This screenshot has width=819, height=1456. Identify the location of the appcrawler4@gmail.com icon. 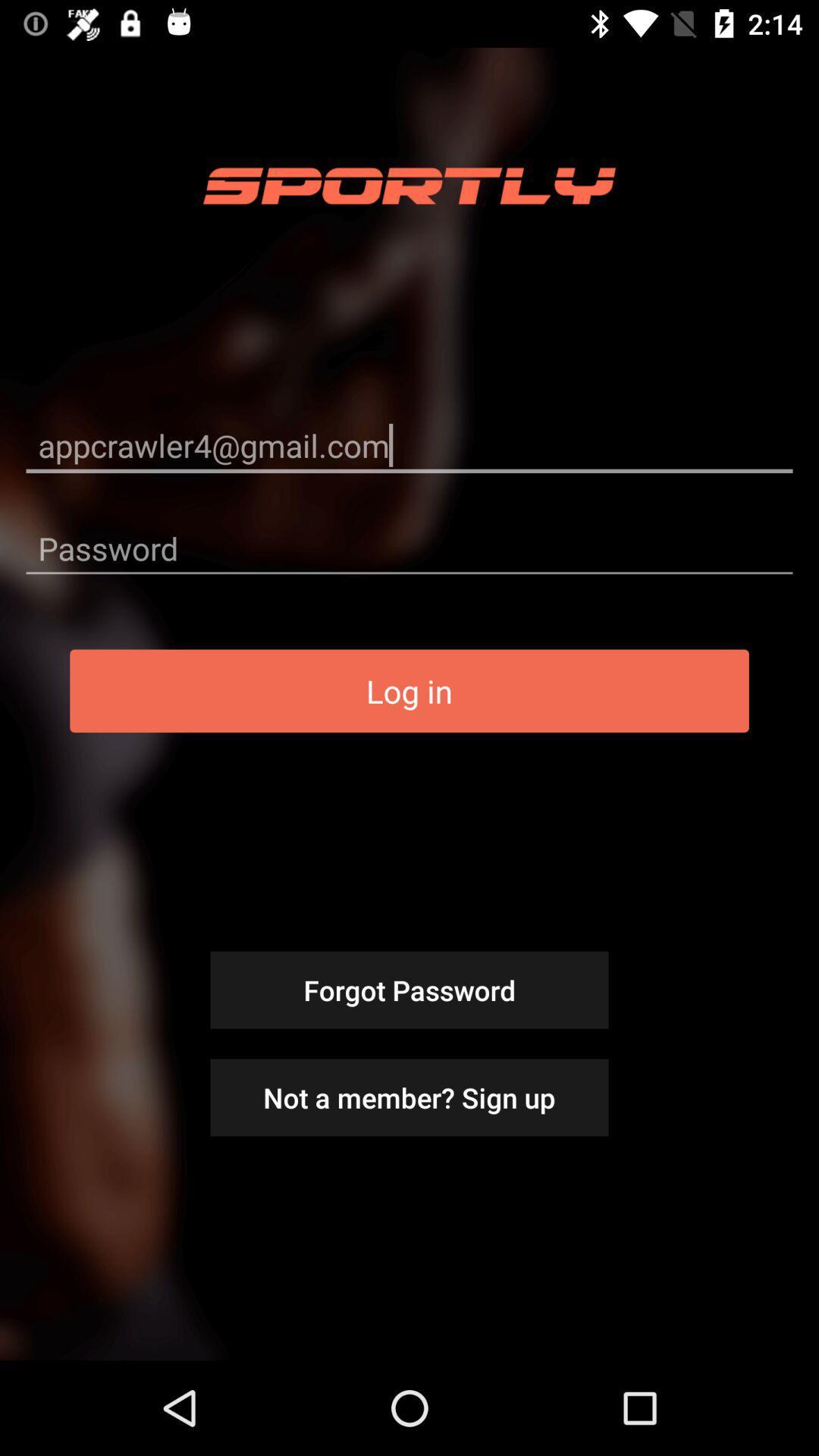
(409, 444).